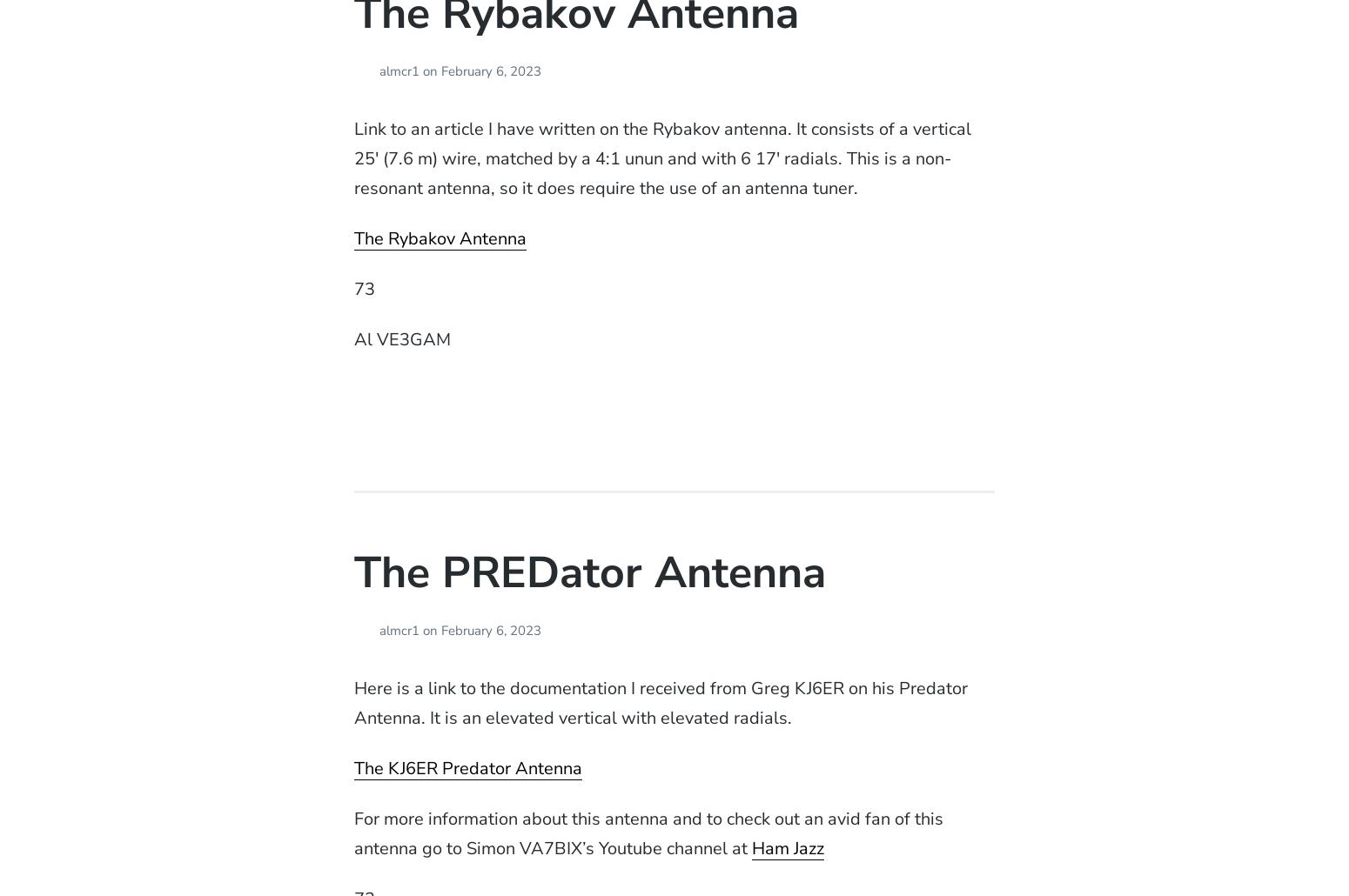 The width and height of the screenshot is (1349, 896). Describe the element at coordinates (352, 237) in the screenshot. I see `'The Rybakov Antenna'` at that location.